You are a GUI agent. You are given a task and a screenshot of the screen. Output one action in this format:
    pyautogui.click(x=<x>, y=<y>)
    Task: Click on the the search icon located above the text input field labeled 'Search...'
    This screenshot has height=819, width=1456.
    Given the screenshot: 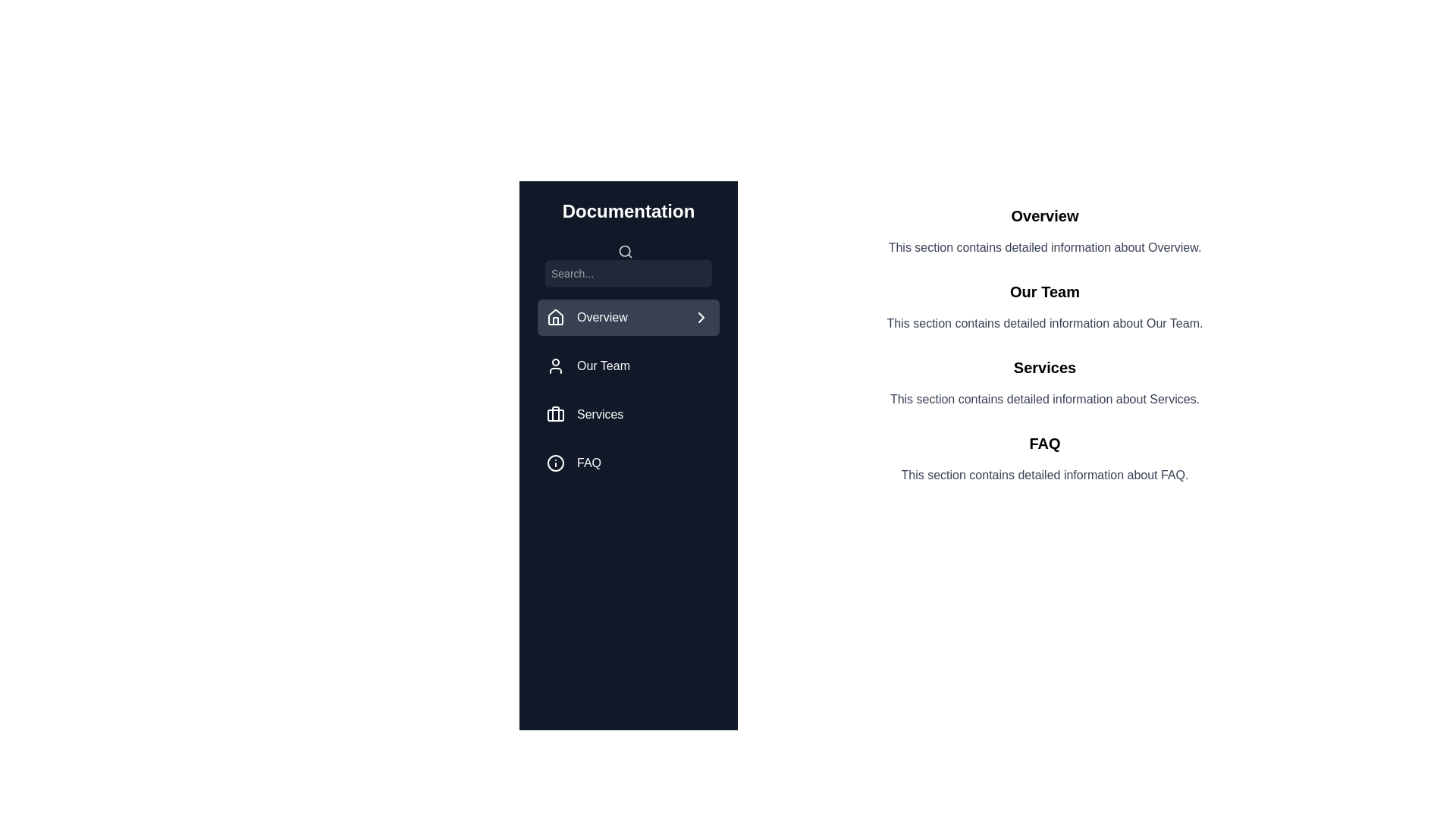 What is the action you would take?
    pyautogui.click(x=629, y=263)
    